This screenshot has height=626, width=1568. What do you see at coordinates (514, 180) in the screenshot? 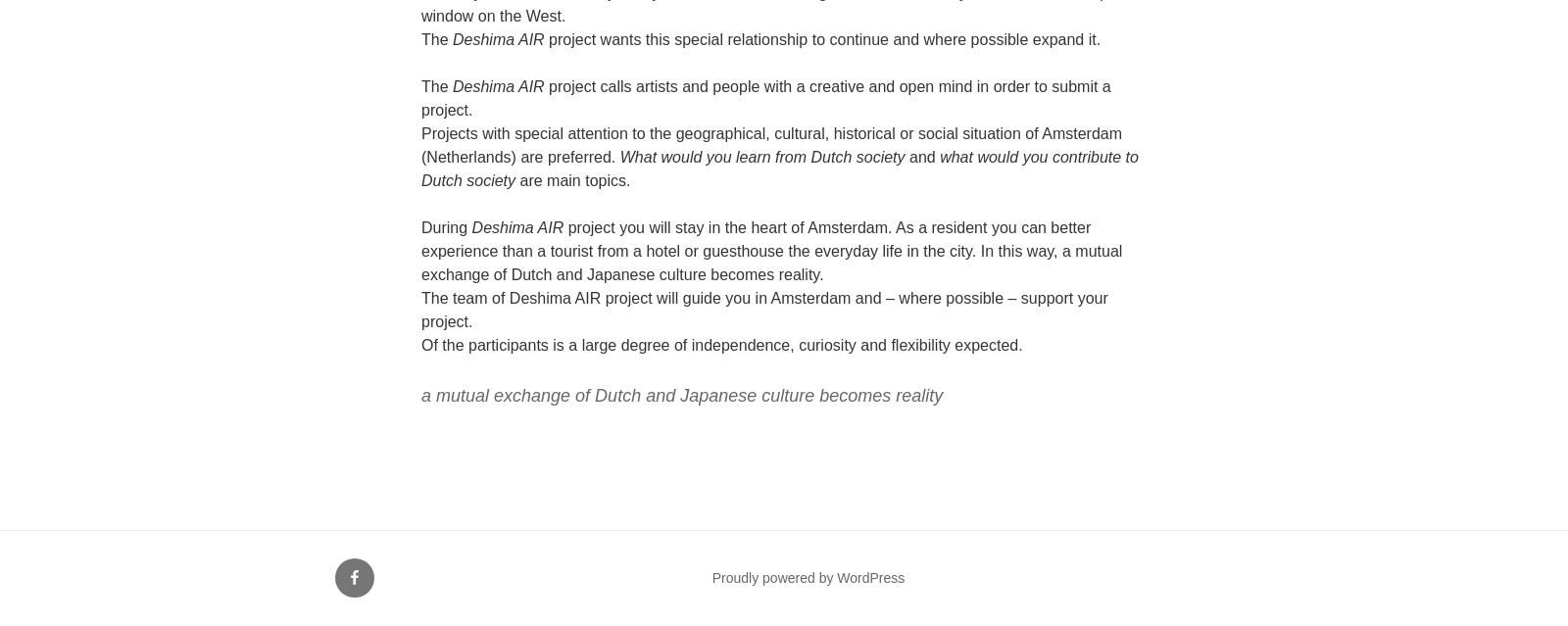
I see `'are main topics.'` at bounding box center [514, 180].